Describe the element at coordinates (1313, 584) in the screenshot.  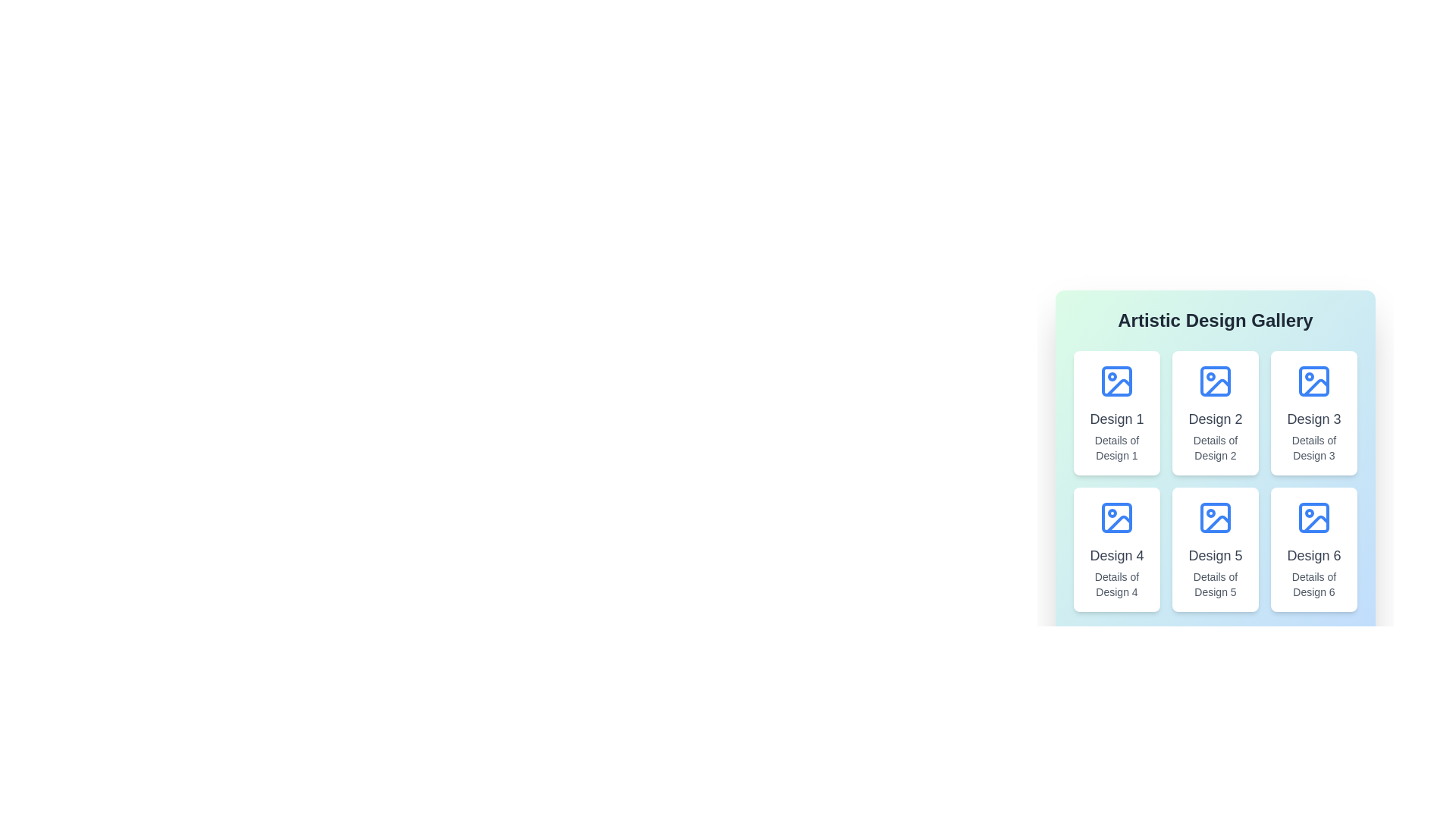
I see `the text element displaying 'Details of Design 6' in a smaller gray font, located beneath the bold title 'Design 6' at the bottom of the sixth grid item in the 3x2 grid layout` at that location.